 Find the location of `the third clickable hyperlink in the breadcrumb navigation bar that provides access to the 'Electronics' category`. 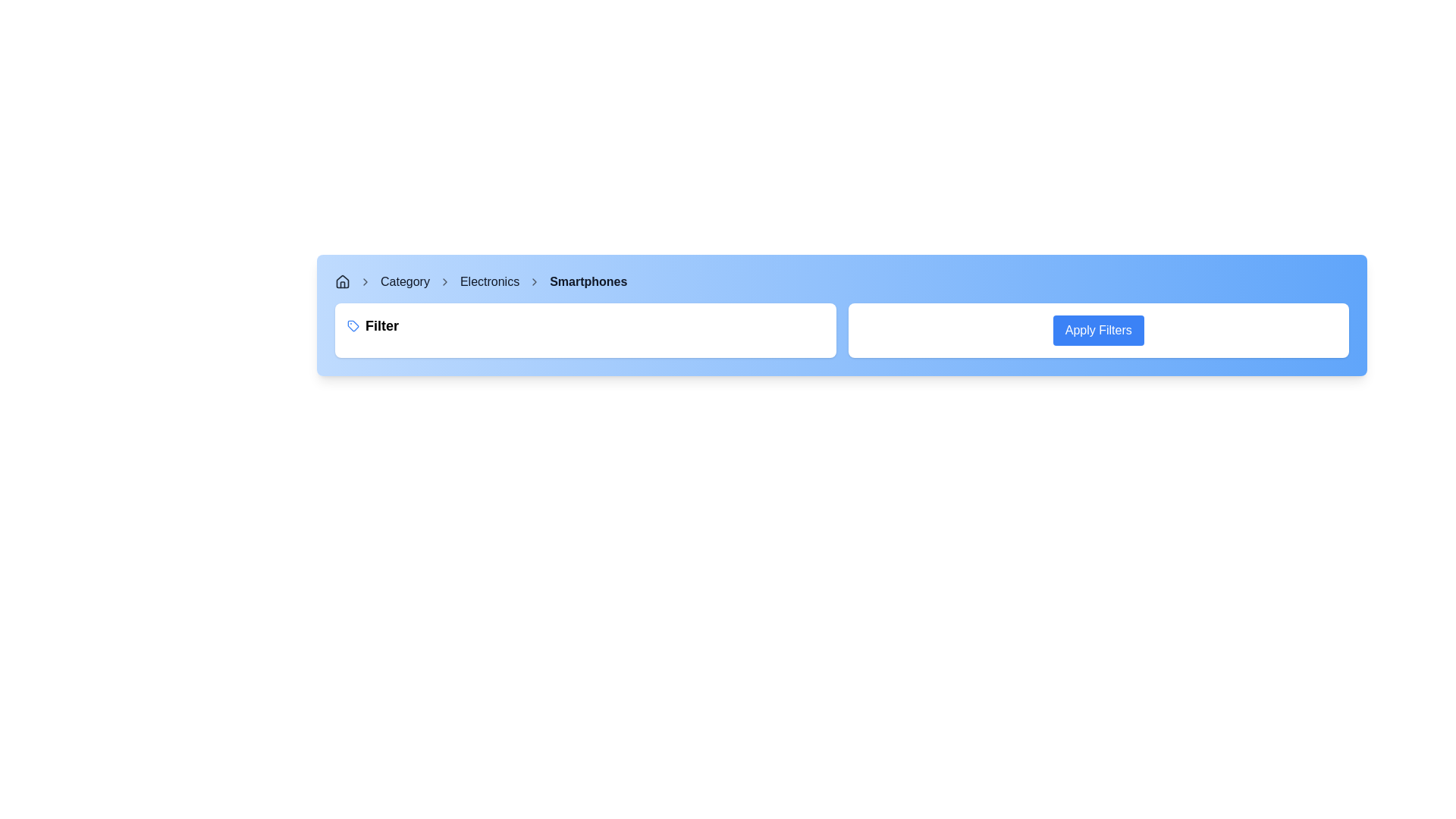

the third clickable hyperlink in the breadcrumb navigation bar that provides access to the 'Electronics' category is located at coordinates (490, 281).